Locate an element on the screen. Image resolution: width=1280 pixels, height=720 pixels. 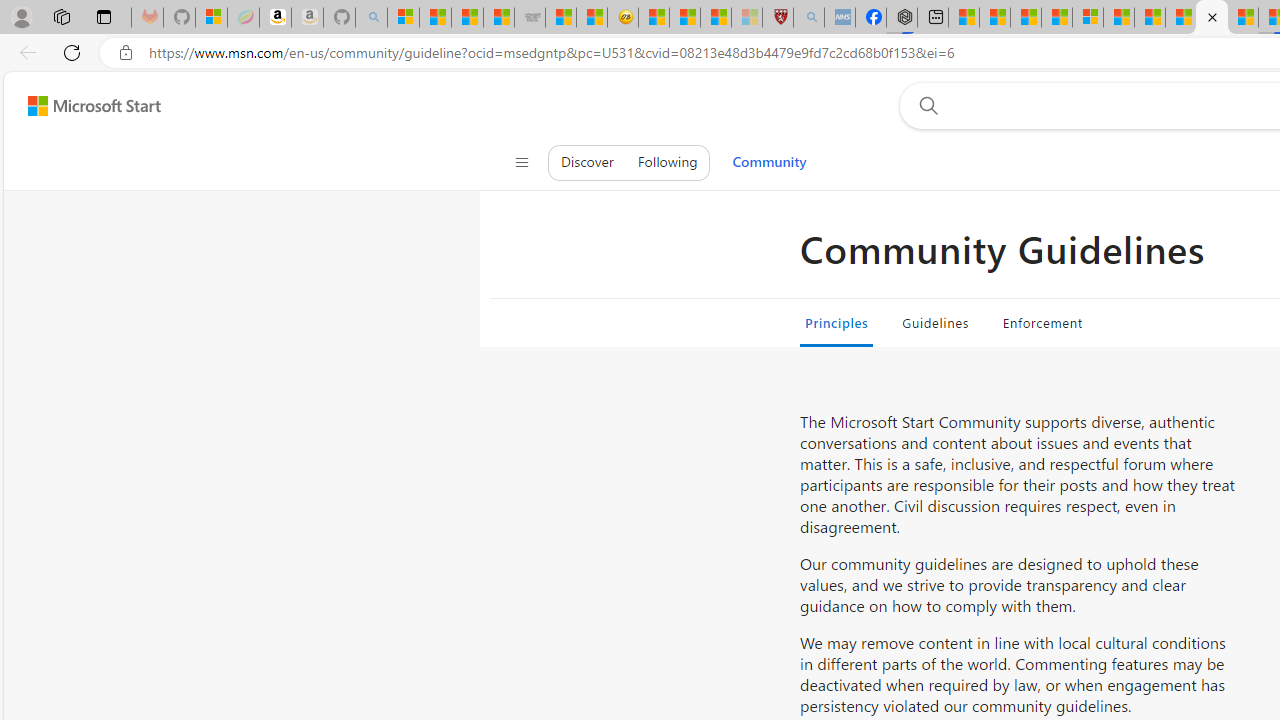
'View site information' is located at coordinates (125, 52).